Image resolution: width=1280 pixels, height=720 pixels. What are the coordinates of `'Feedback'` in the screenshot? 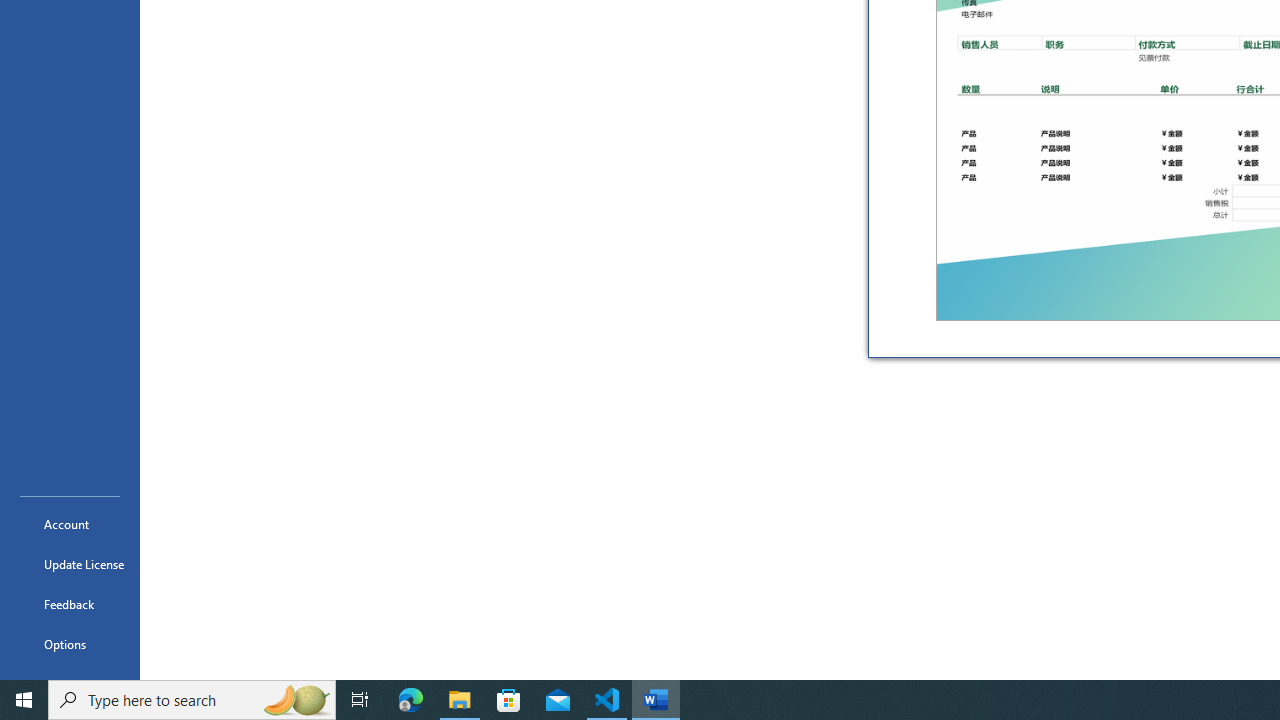 It's located at (69, 603).